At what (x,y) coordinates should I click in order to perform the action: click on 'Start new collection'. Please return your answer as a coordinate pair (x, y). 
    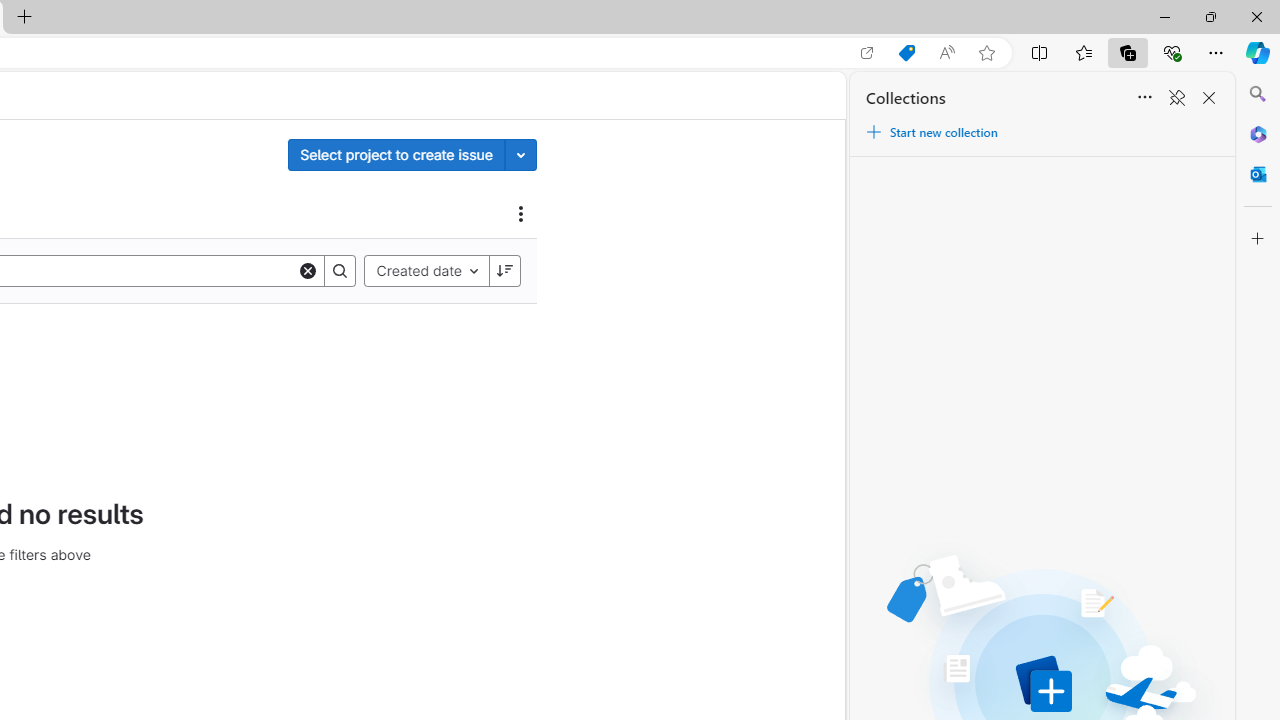
    Looking at the image, I should click on (930, 132).